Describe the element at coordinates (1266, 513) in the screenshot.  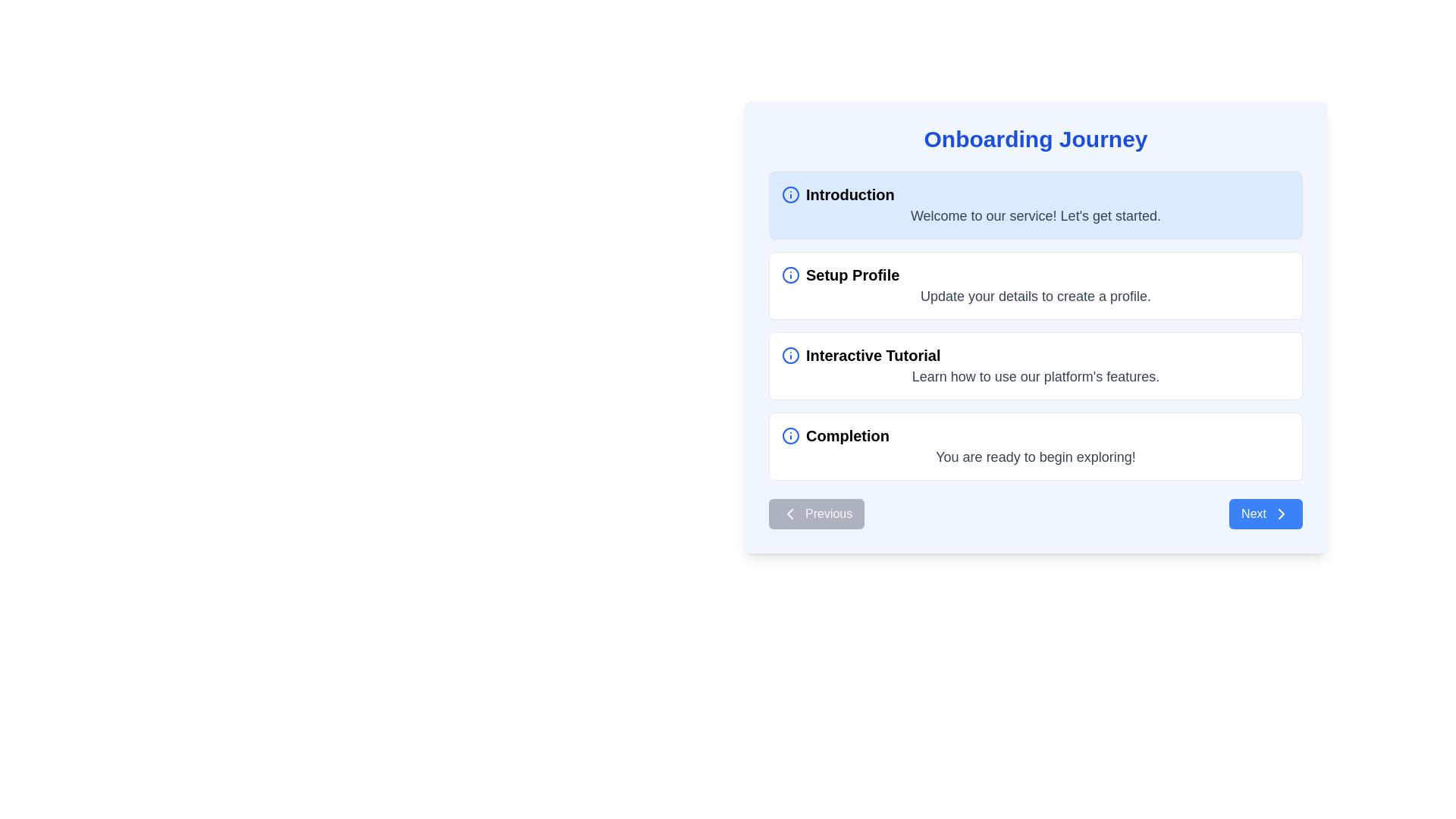
I see `the blue 'Next' button with a rightward arrow icon located in the lower-right corner of the main panel` at that location.